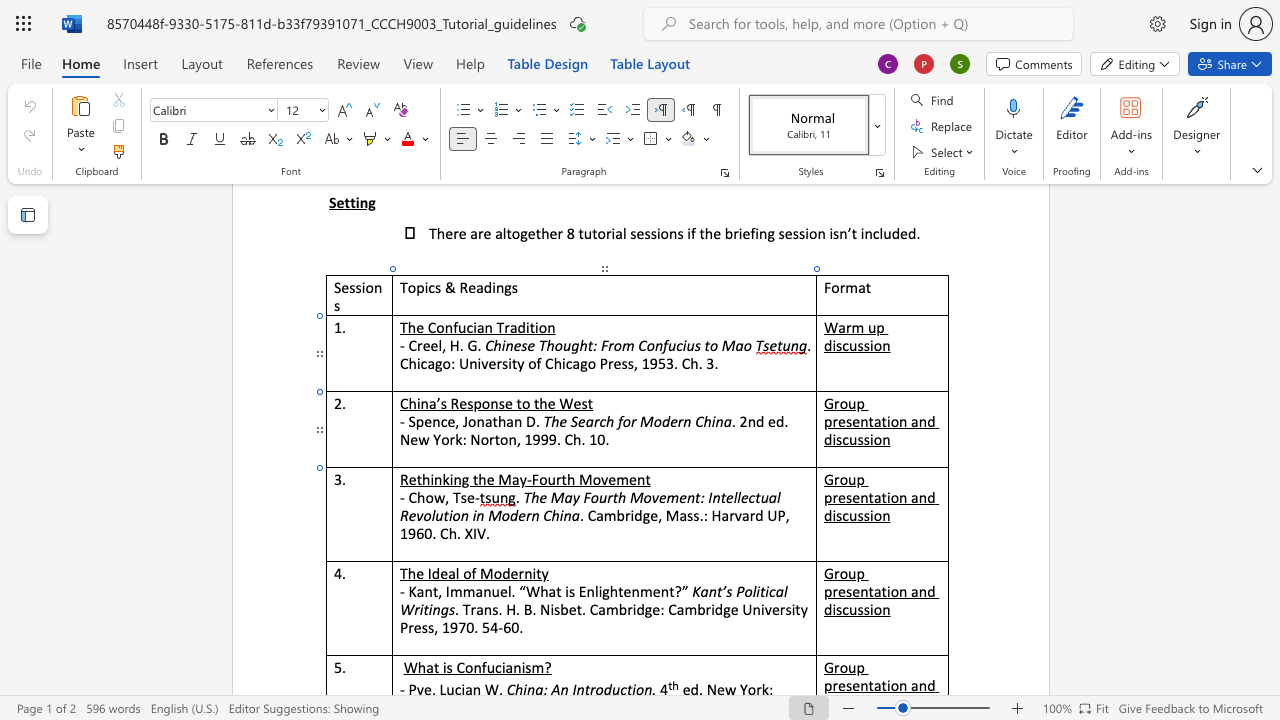  Describe the element at coordinates (502, 573) in the screenshot. I see `the space between the continuous character "o" and "d" in the text` at that location.